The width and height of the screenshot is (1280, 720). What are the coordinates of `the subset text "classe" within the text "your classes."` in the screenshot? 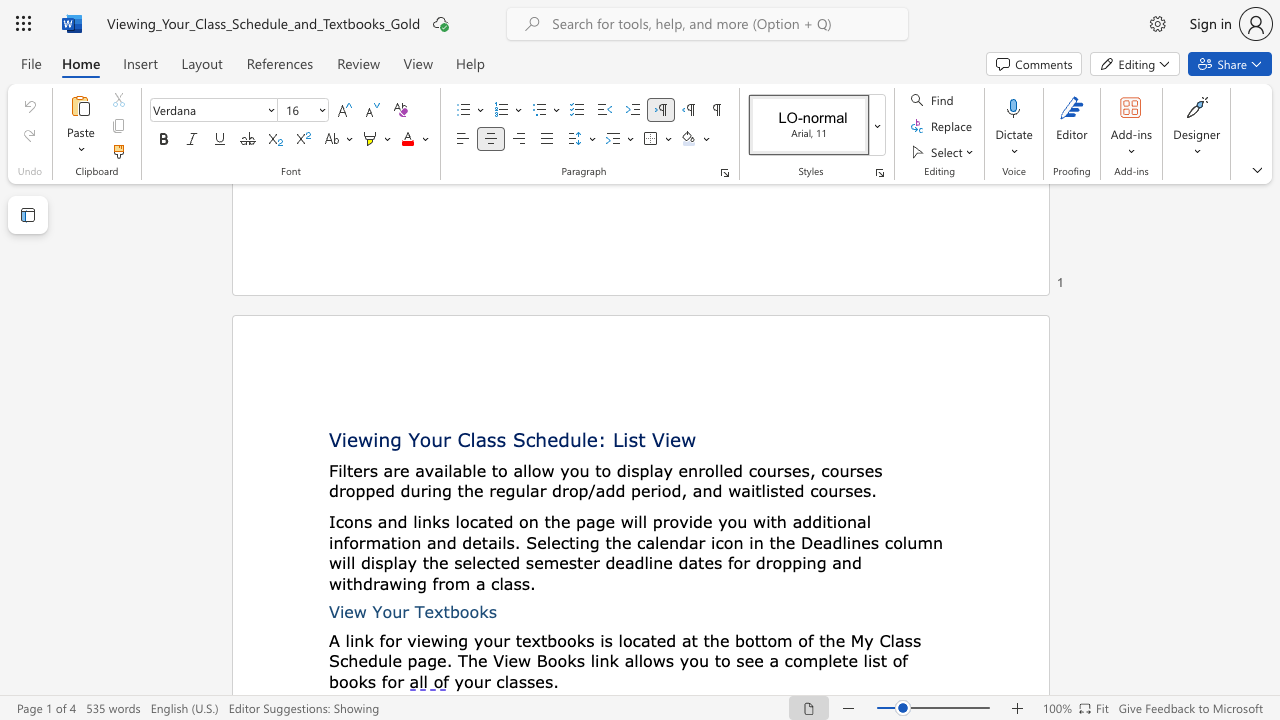 It's located at (496, 680).